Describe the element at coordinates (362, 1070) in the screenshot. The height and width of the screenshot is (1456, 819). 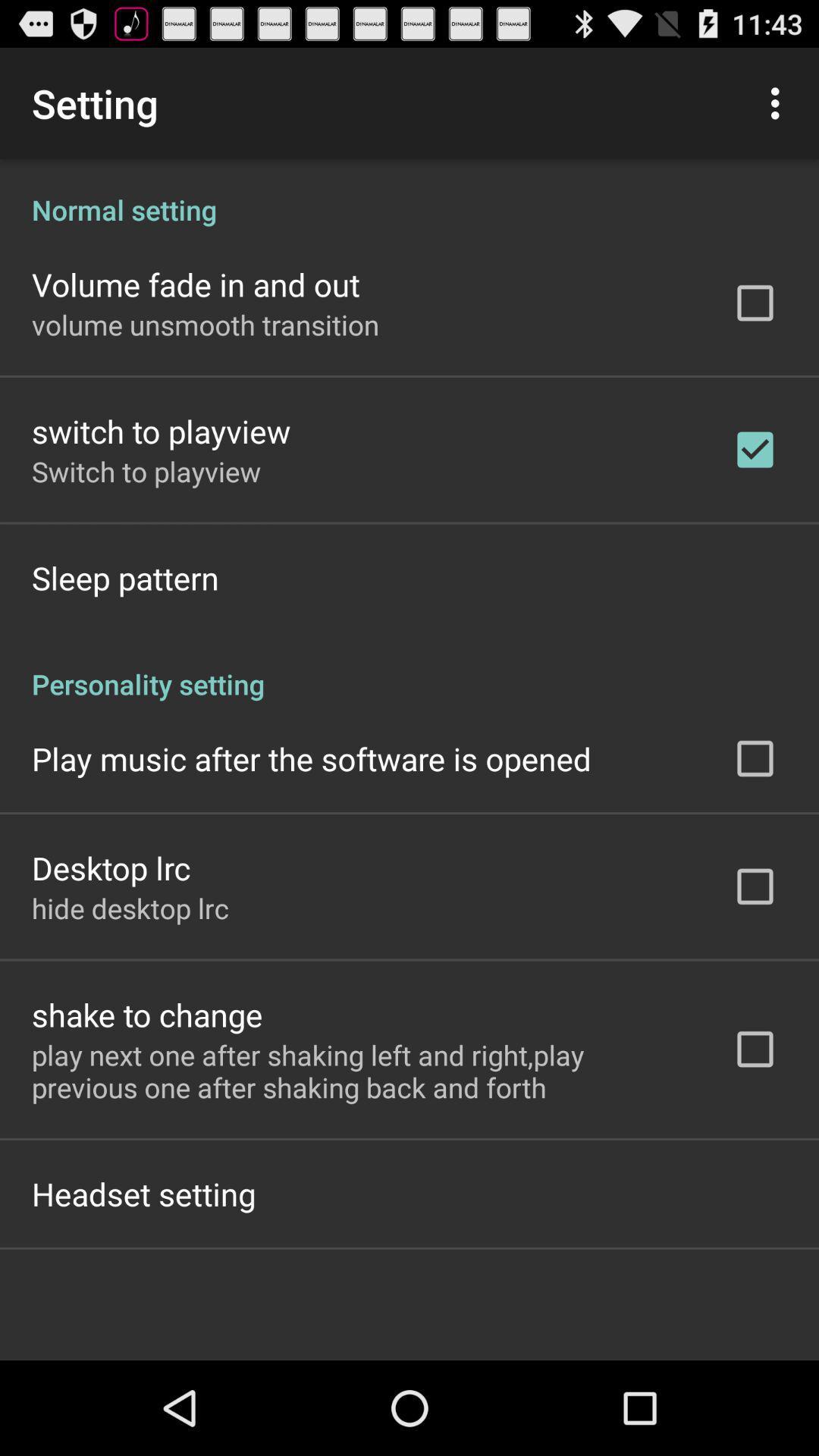
I see `the icon above headset setting app` at that location.